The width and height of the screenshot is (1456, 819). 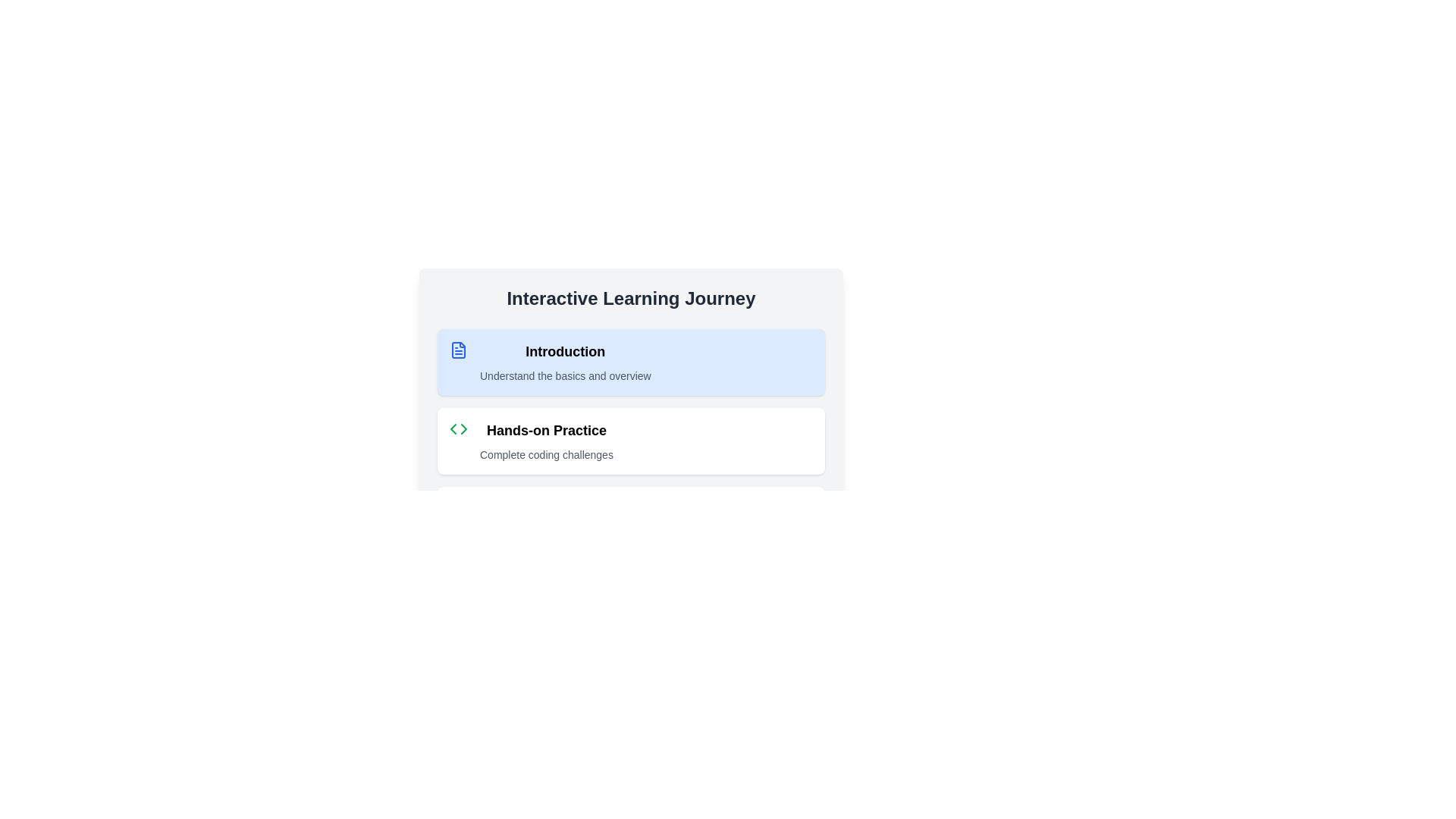 What do you see at coordinates (631, 444) in the screenshot?
I see `the information displayed in the 'Hands-on Practice' marker, which is the second step in the interactive workflow` at bounding box center [631, 444].